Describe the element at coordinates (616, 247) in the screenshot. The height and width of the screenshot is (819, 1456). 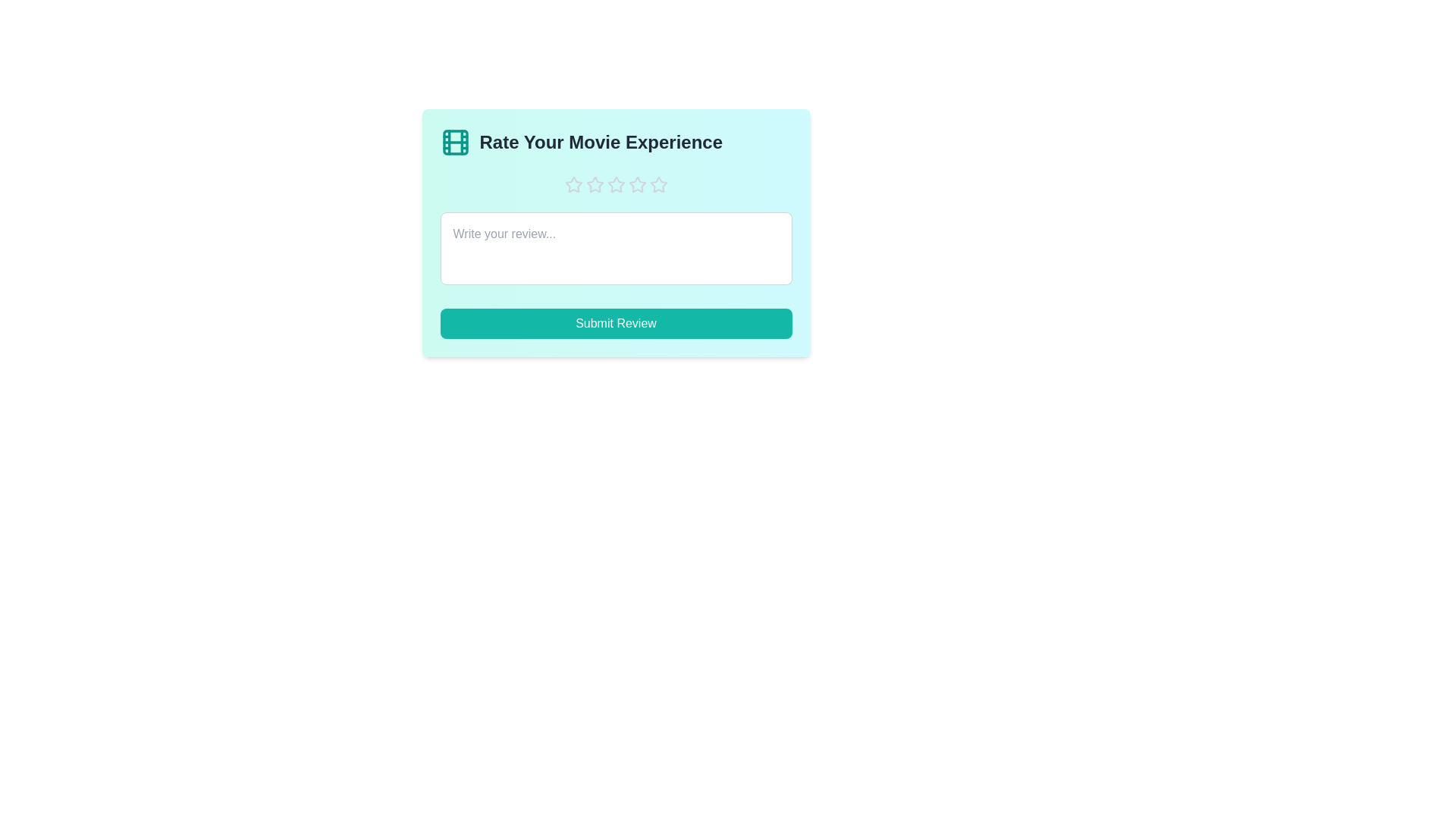
I see `the text area and input the desired review text` at that location.